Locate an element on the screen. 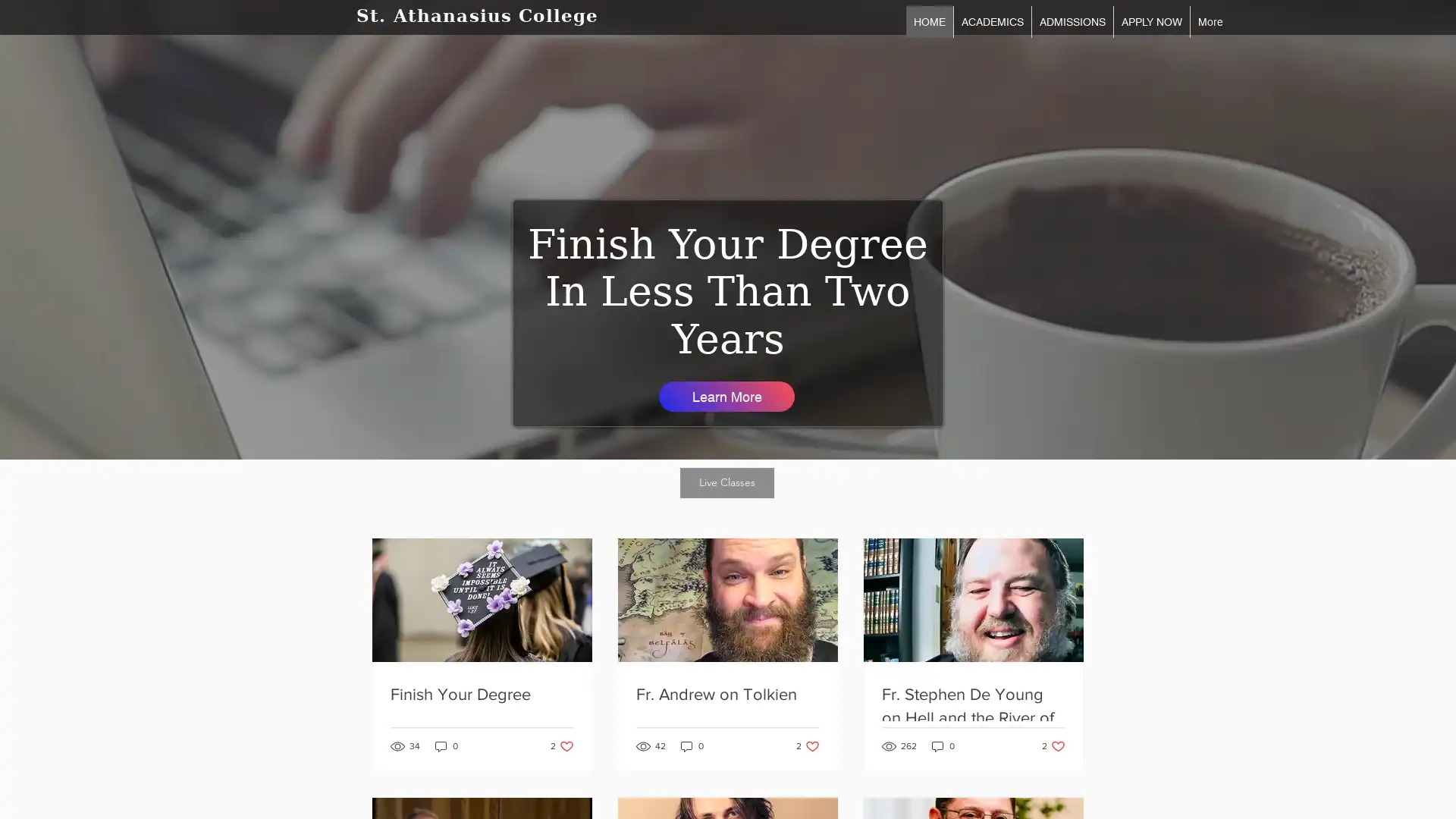 Image resolution: width=1456 pixels, height=819 pixels. 2 likes. Post not marked as liked is located at coordinates (807, 745).